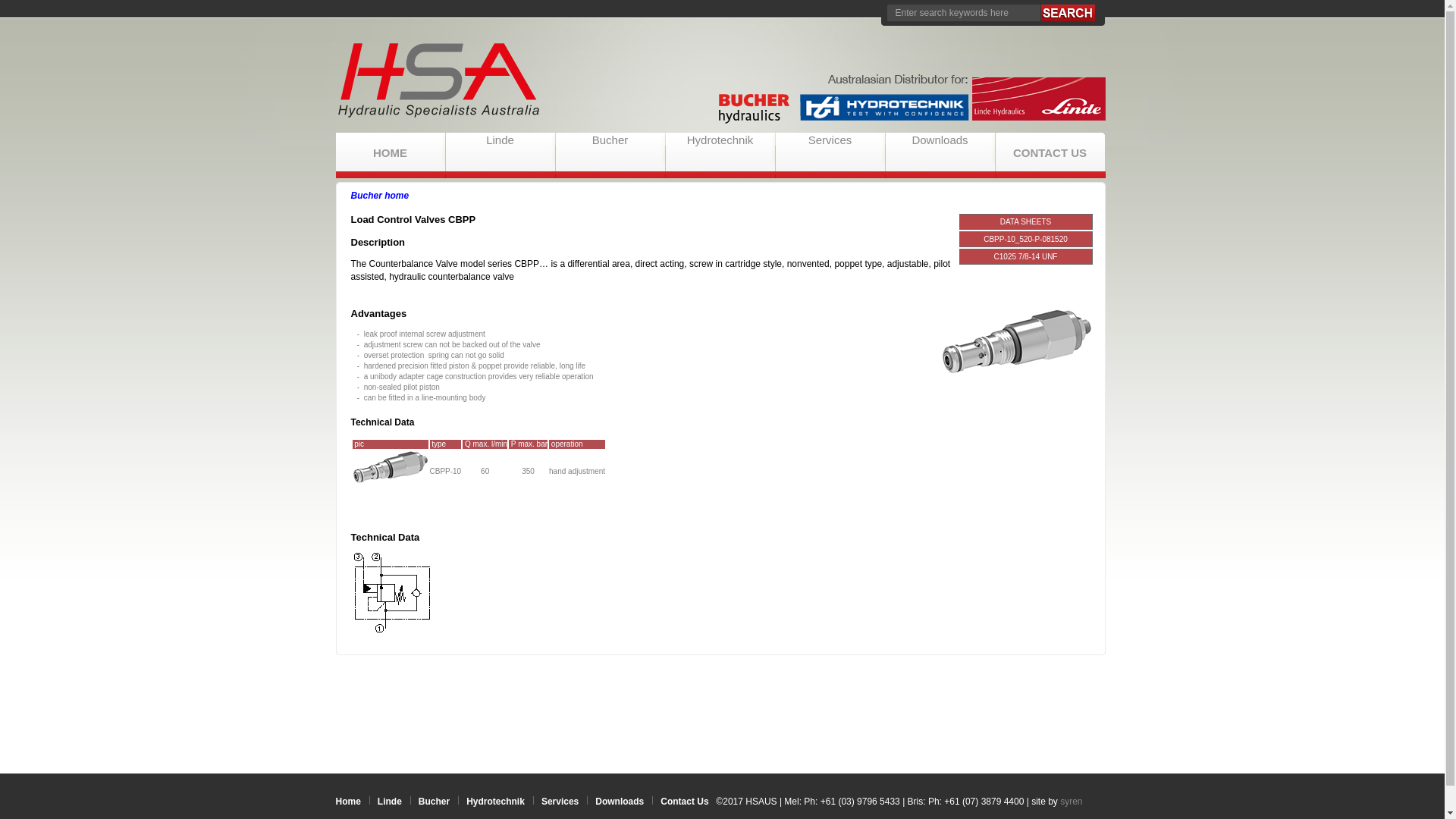 The height and width of the screenshot is (819, 1456). I want to click on 'Services', so click(829, 140).